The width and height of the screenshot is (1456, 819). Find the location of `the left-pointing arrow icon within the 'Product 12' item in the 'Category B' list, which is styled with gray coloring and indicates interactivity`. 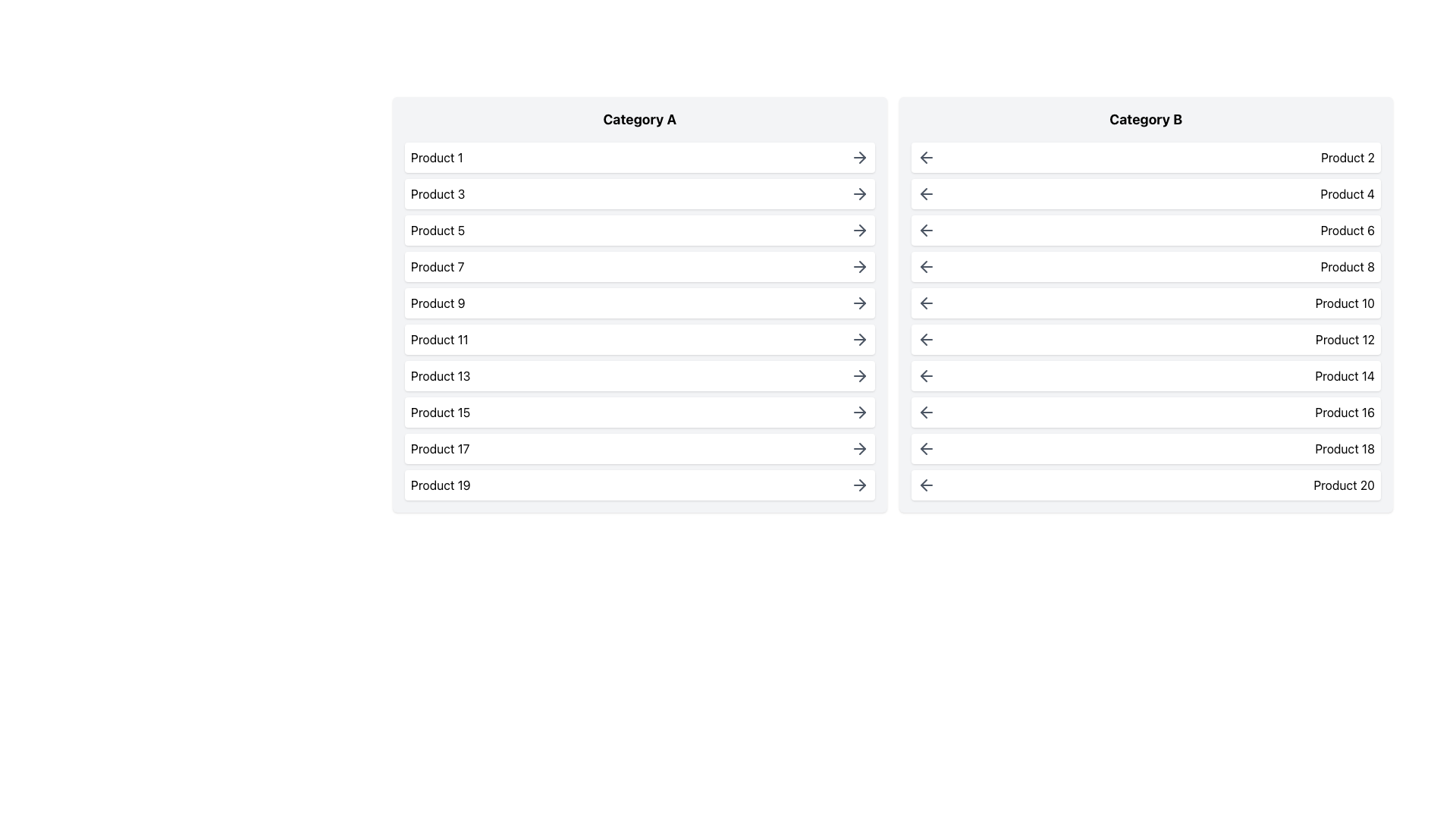

the left-pointing arrow icon within the 'Product 12' item in the 'Category B' list, which is styled with gray coloring and indicates interactivity is located at coordinates (925, 338).